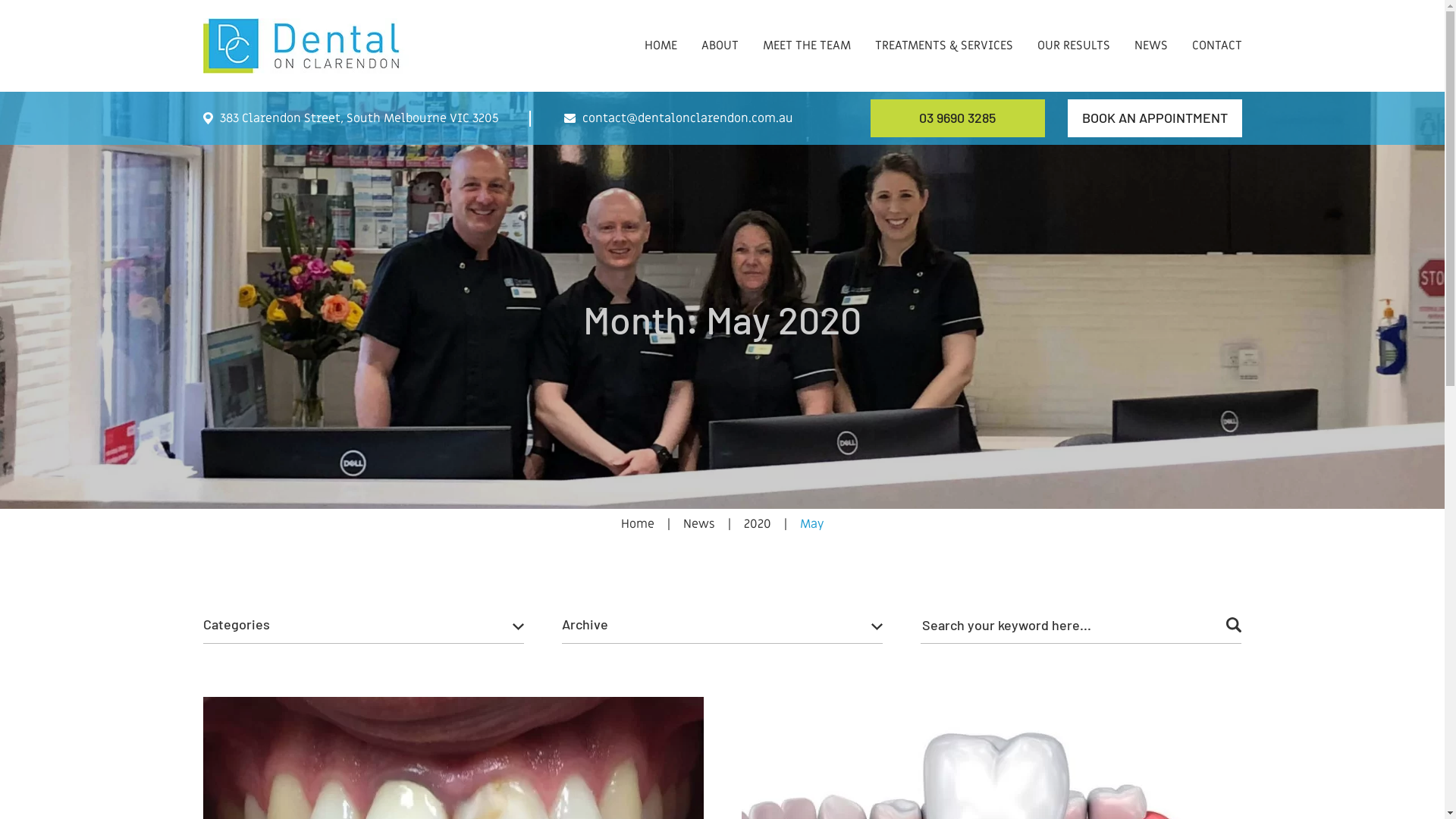 The image size is (1456, 819). I want to click on 'BOOK AN APPOINTMENT', so click(1066, 117).